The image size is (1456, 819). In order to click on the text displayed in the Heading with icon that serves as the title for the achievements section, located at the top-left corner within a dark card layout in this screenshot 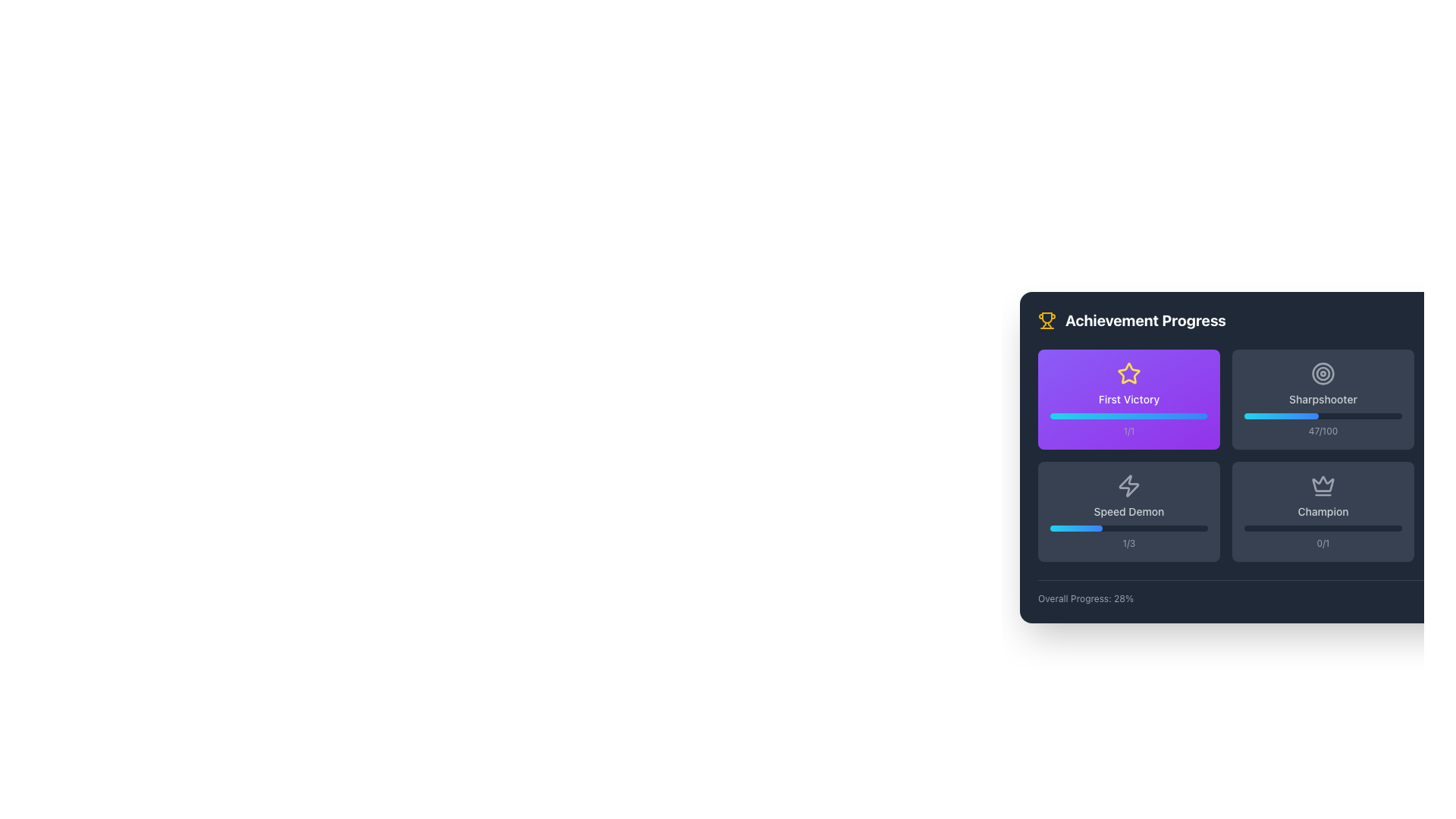, I will do `click(1131, 320)`.